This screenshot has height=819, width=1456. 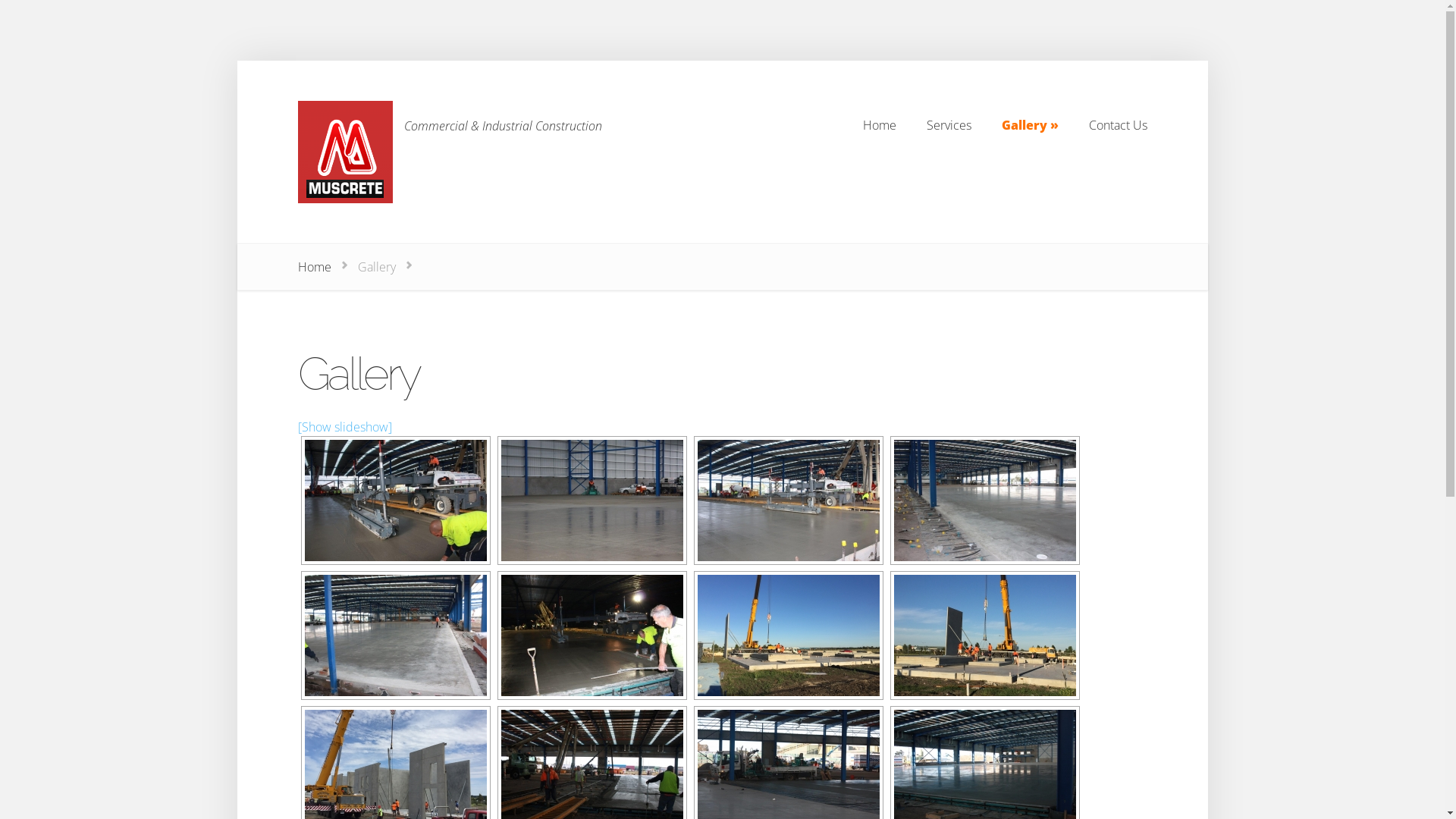 I want to click on 'Muscrete Jobs 041', so click(x=395, y=500).